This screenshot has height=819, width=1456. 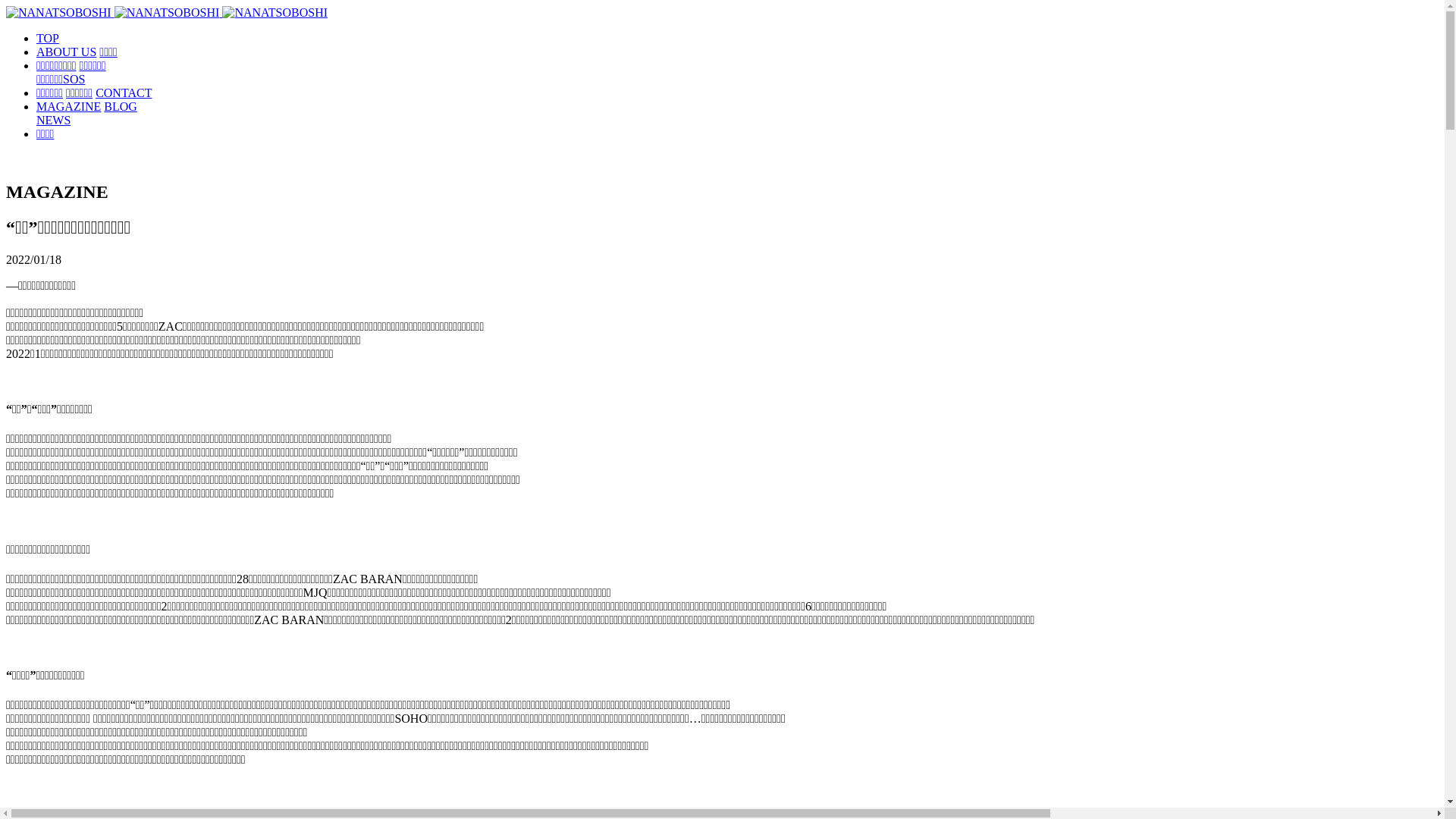 What do you see at coordinates (47, 37) in the screenshot?
I see `'TOP'` at bounding box center [47, 37].